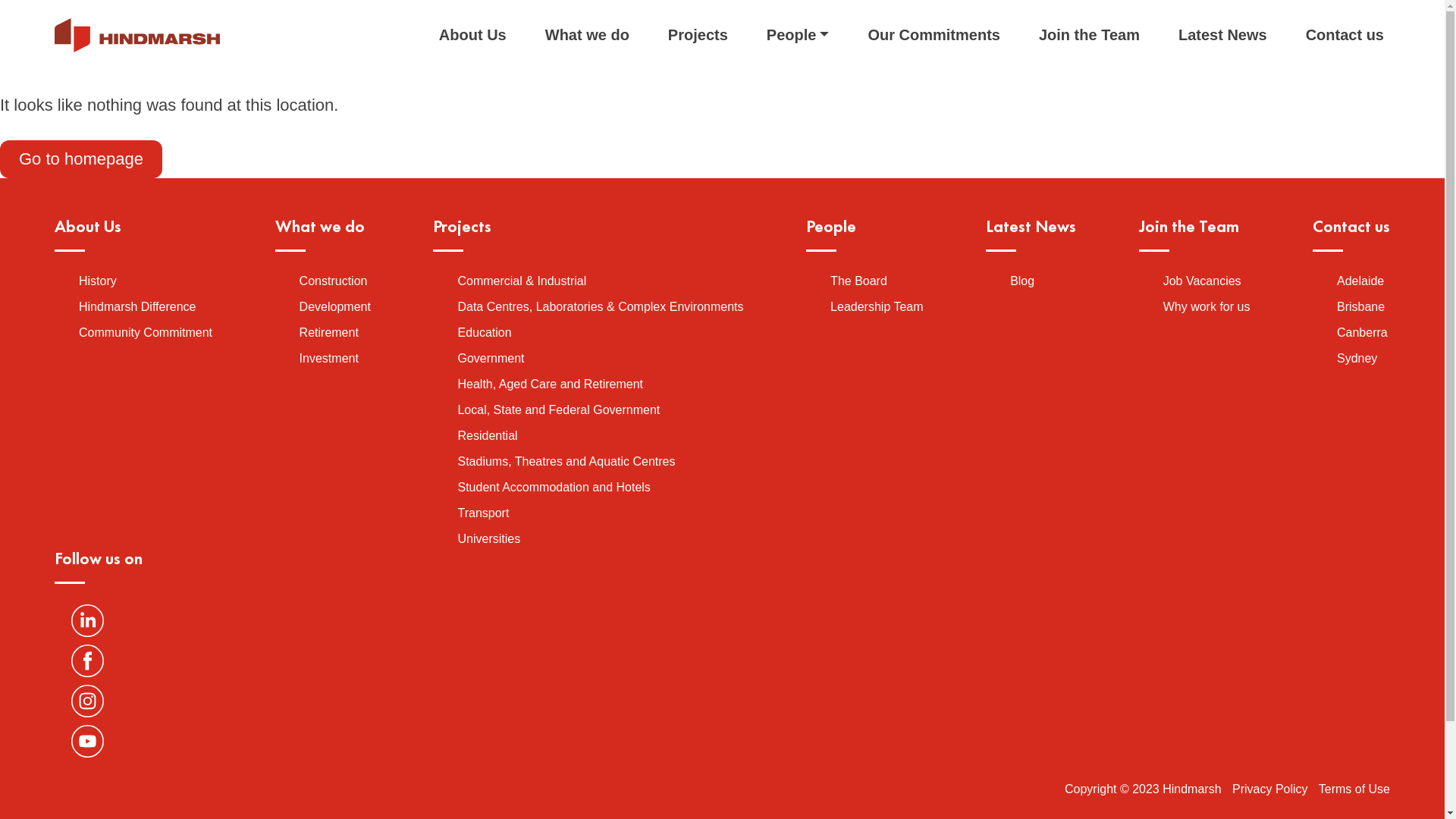  Describe the element at coordinates (557, 409) in the screenshot. I see `'Local, State and Federal Government'` at that location.